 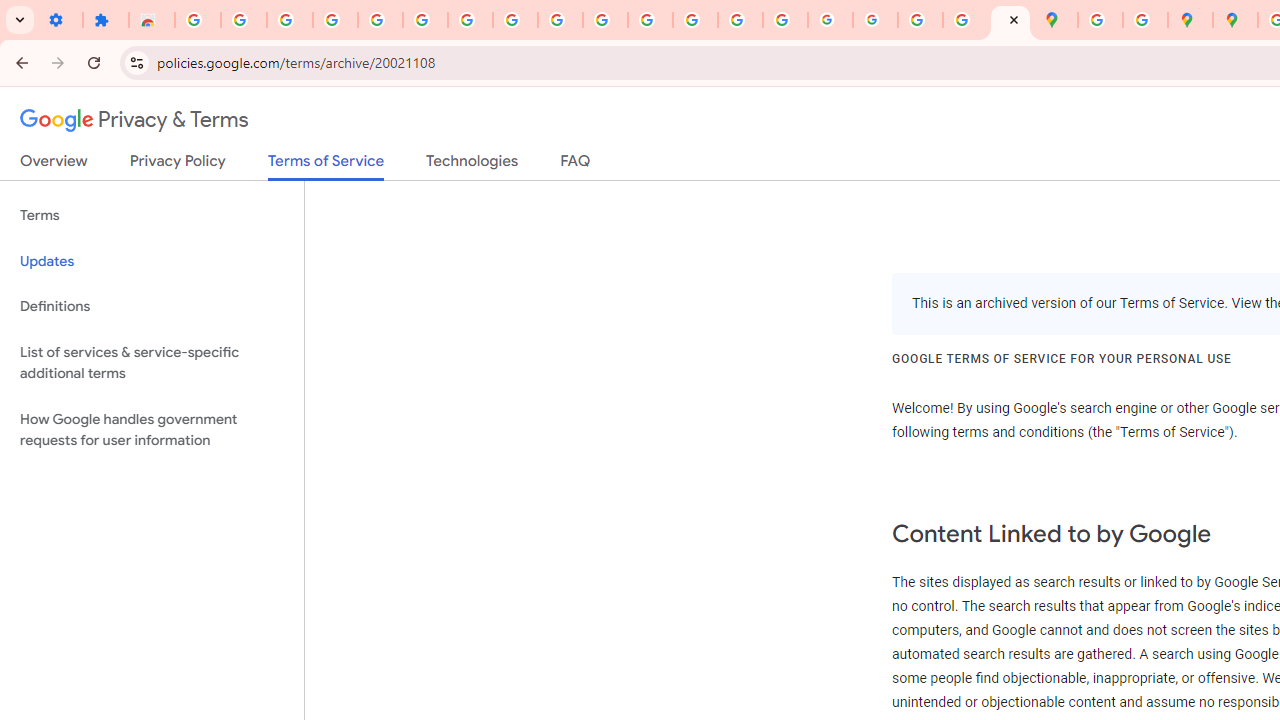 I want to click on 'Google Maps', so click(x=1054, y=20).